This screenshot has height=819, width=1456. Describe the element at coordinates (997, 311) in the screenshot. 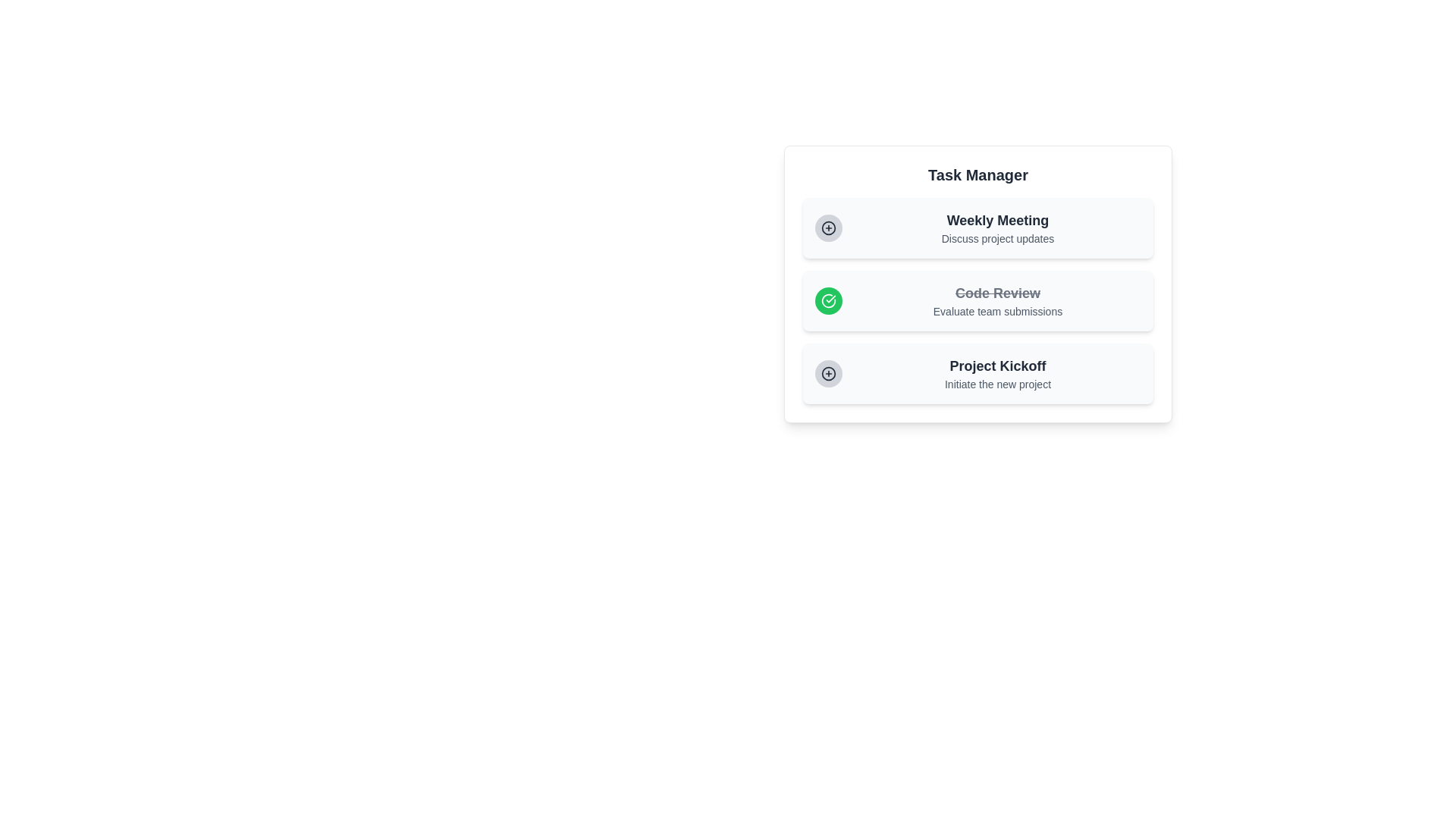

I see `text label providing context for the 'Code Review' task located below the 'Code Review' title in the second task card of the 'Task Manager' interface` at that location.